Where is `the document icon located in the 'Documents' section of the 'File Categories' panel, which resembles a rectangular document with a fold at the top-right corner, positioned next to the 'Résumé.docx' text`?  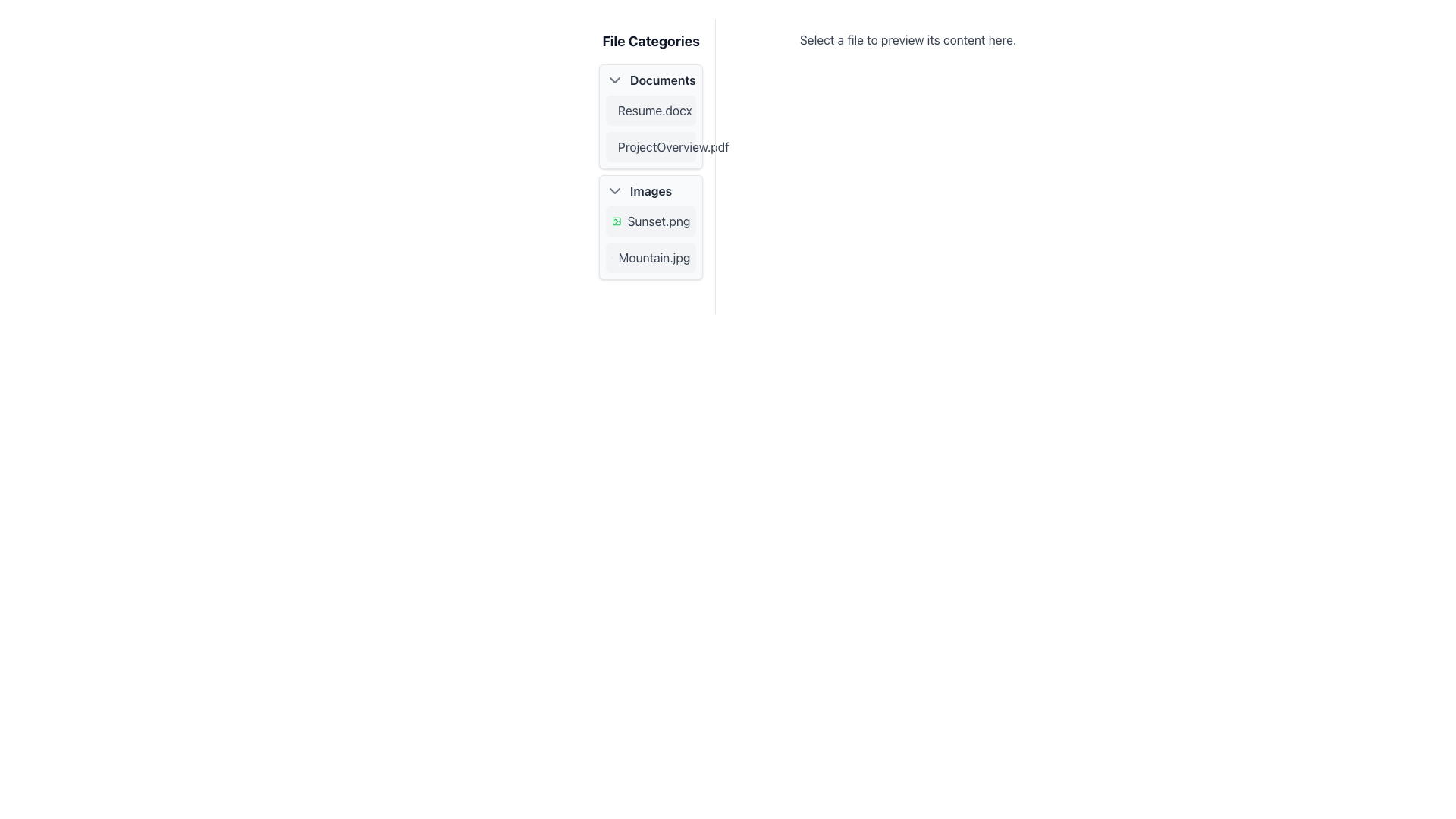 the document icon located in the 'Documents' section of the 'File Categories' panel, which resembles a rectangular document with a fold at the top-right corner, positioned next to the 'Résumé.docx' text is located at coordinates (621, 110).